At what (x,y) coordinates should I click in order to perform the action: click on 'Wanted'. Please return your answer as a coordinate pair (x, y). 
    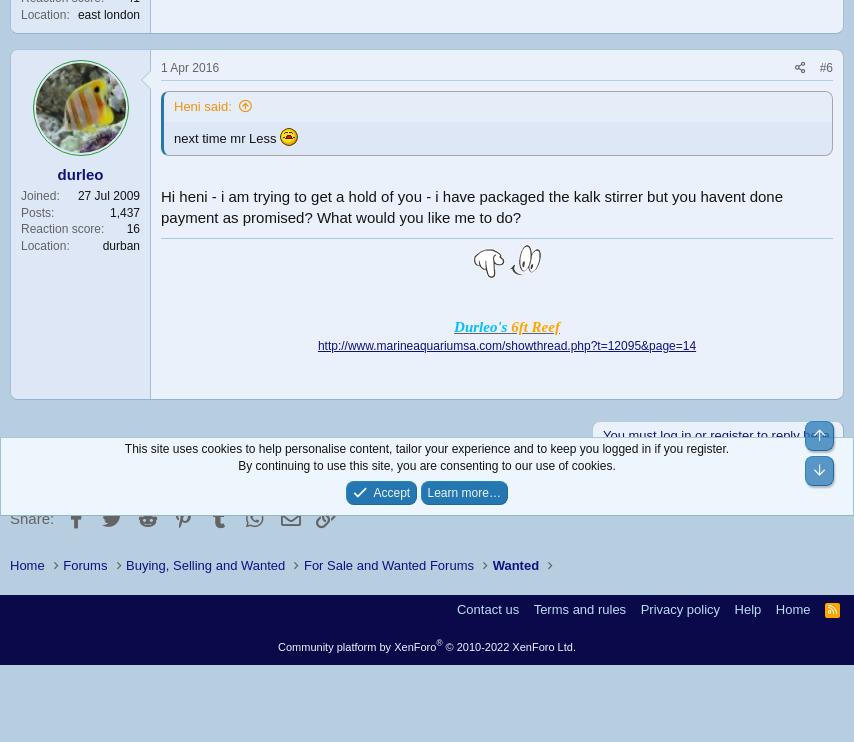
    Looking at the image, I should click on (514, 564).